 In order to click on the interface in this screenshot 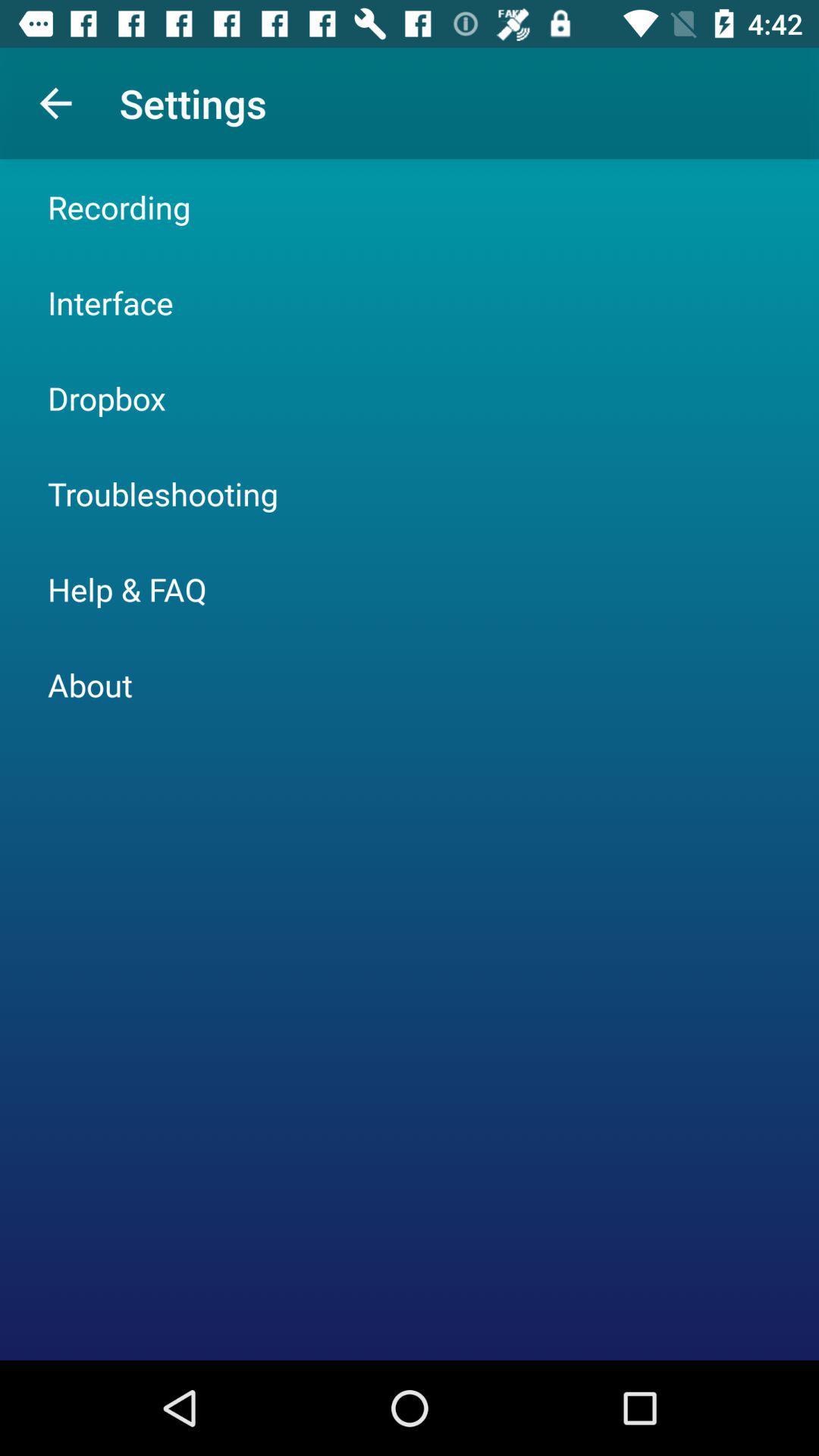, I will do `click(109, 302)`.